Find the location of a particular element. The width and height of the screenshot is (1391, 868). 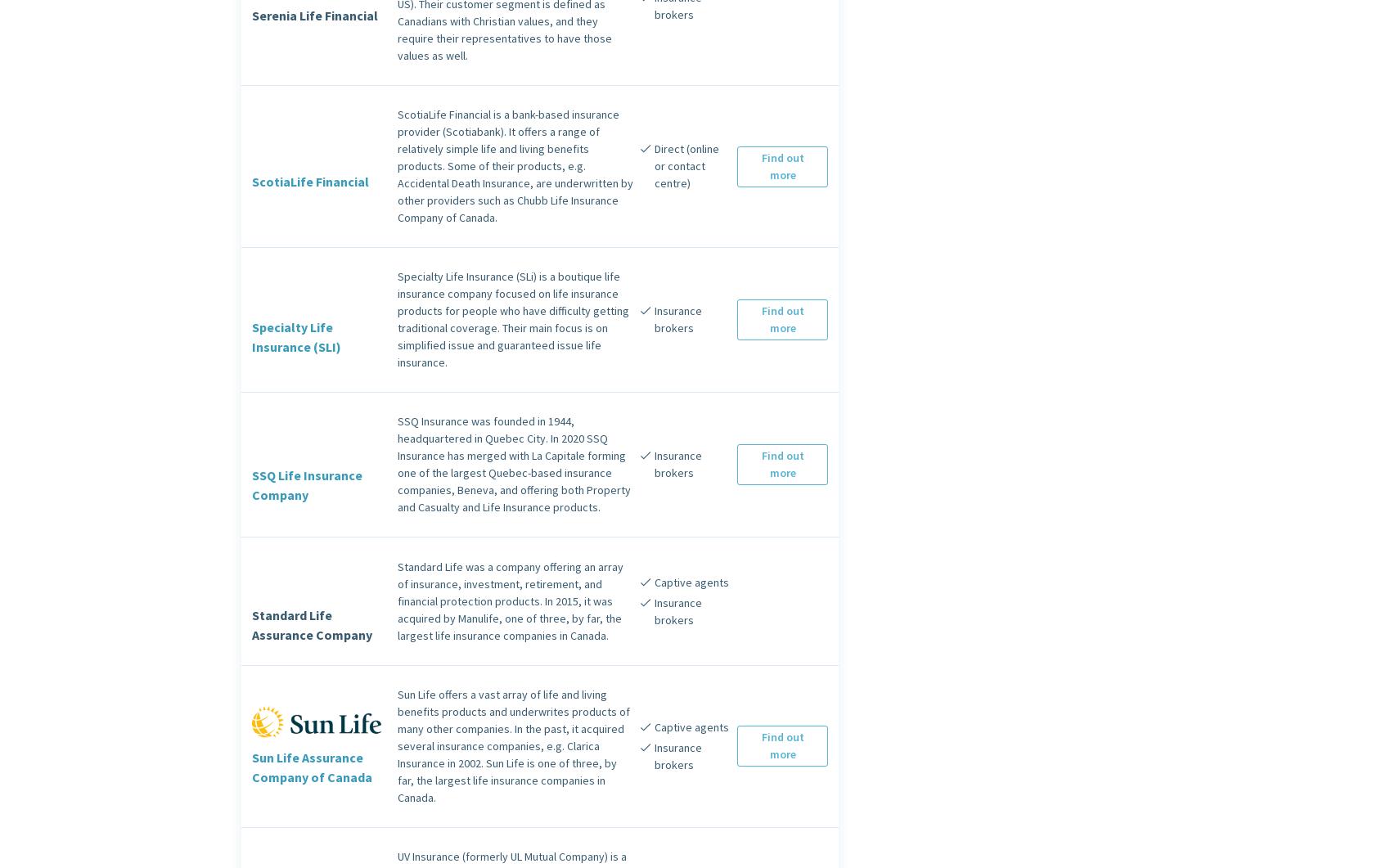

'ScotiaLife Financial is a bank-based insurance provider (Scotiabank). It offers a range of relatively simple life and living benefits products. Some of their products, e.g. Accidental Death Insurance, are underwritten by other providers such as Chubb Life Insurance Company of Canada.' is located at coordinates (515, 164).